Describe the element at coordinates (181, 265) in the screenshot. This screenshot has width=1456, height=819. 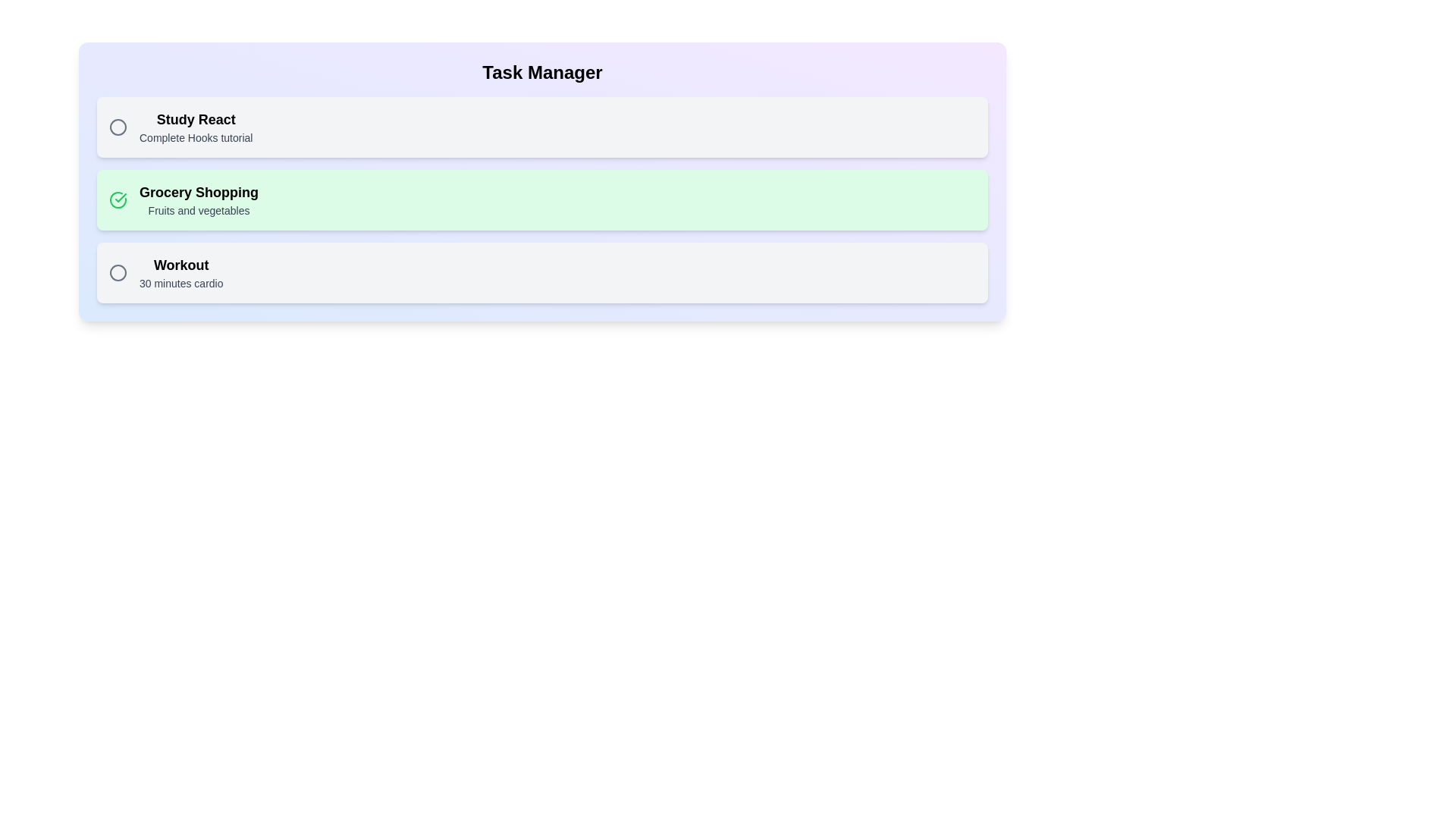
I see `text content of the header Text Label that indicates the title of the workout task, positioned above the '30 minutes cardio' description` at that location.